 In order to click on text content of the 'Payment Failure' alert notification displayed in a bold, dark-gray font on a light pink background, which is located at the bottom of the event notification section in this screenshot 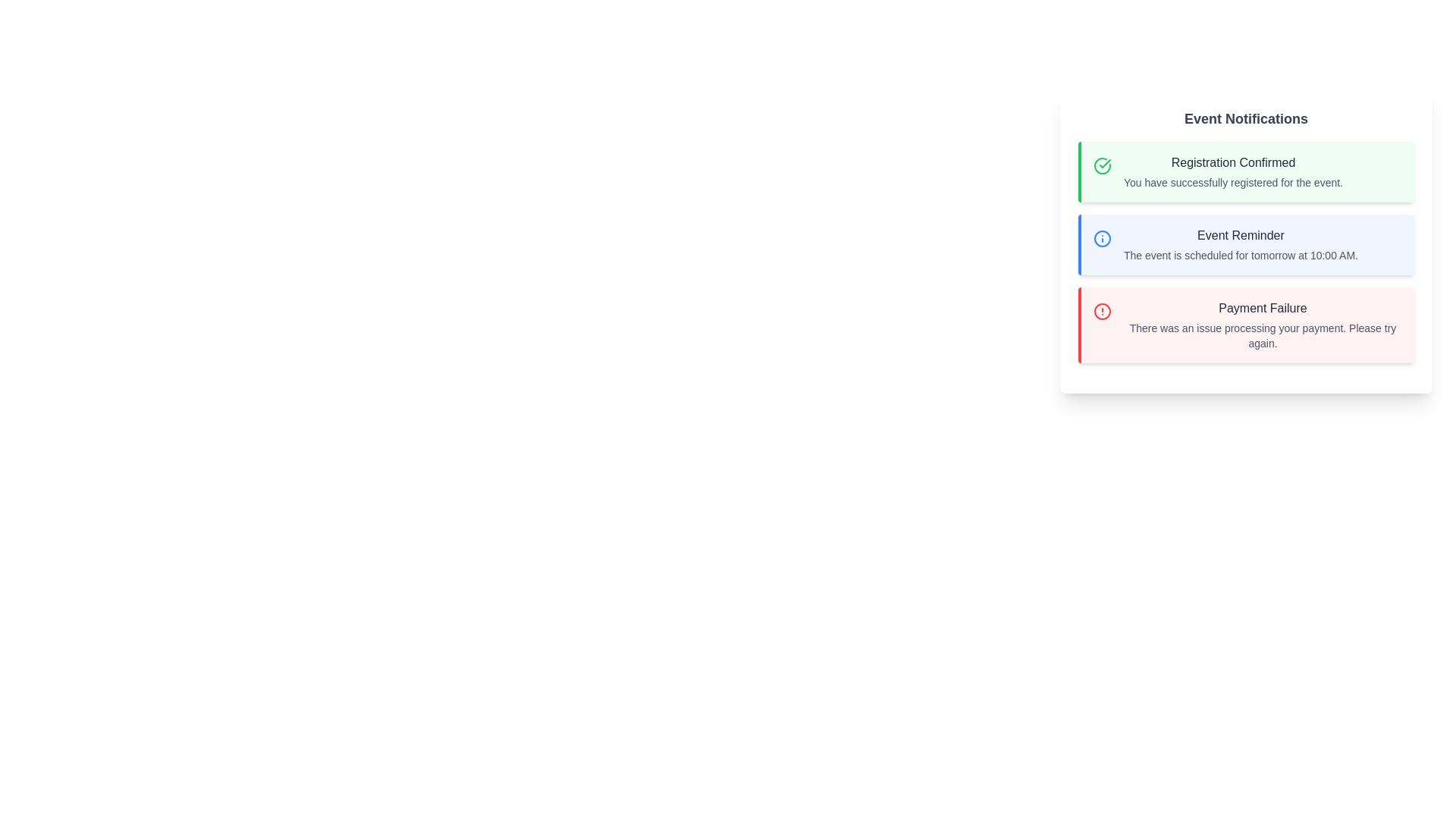, I will do `click(1263, 308)`.